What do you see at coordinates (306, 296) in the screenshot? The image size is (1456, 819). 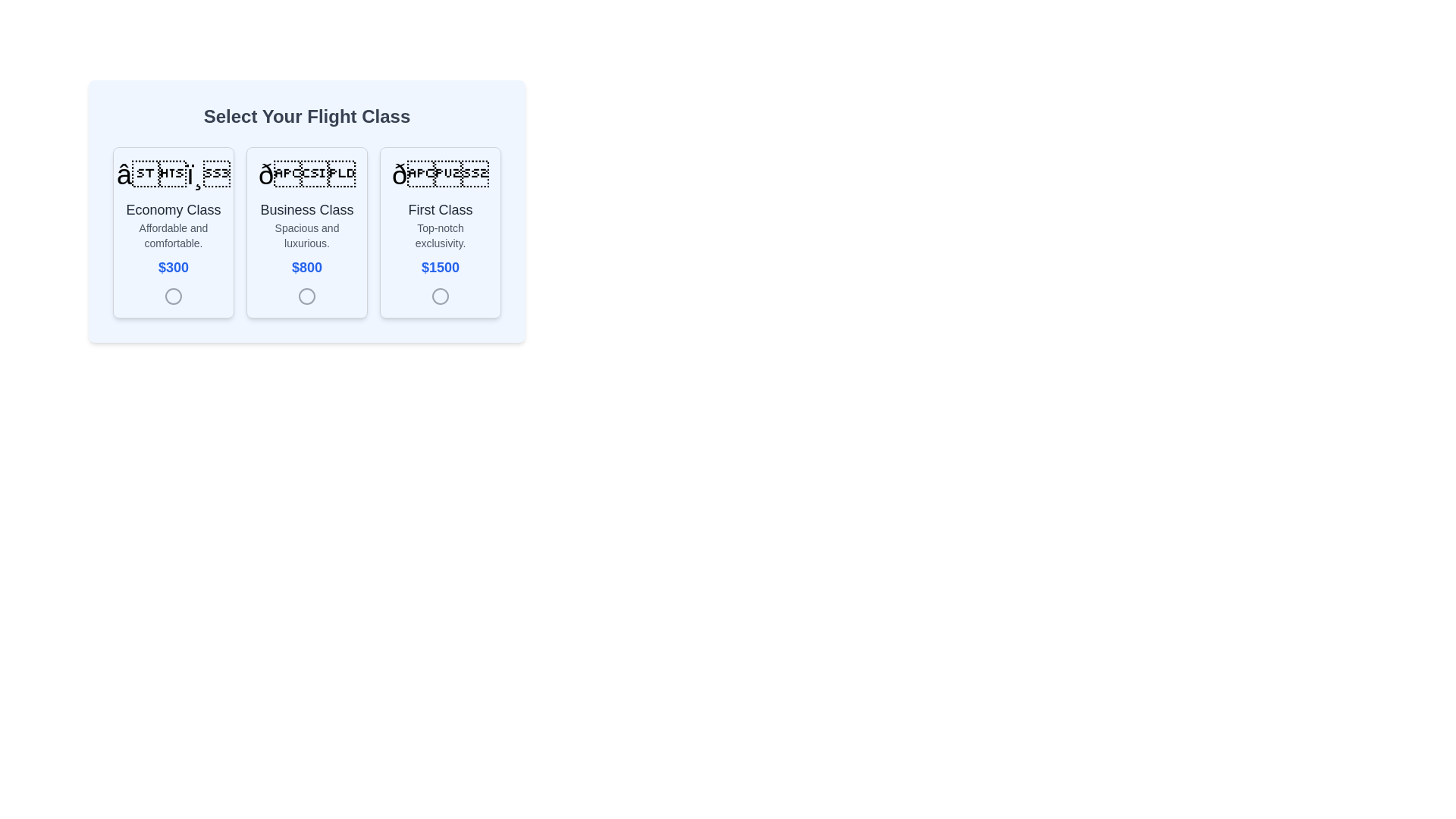 I see `the SVG Circle representing the 'Business Class' option, which is centrally aligned beneath the textual content and price in the card labeled 'Select Your Flight Class'` at bounding box center [306, 296].